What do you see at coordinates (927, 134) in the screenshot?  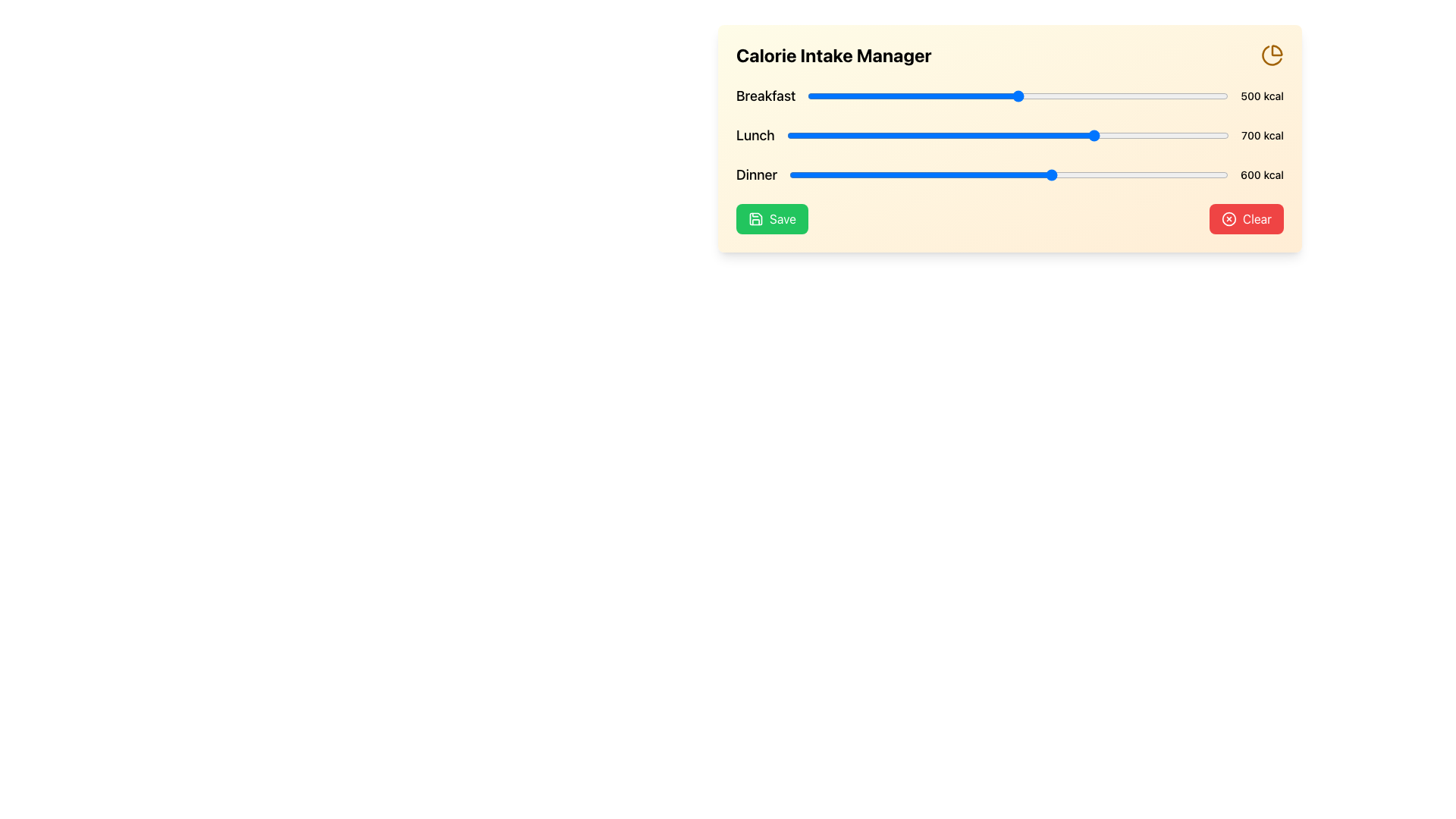 I see `the lunch kcal value` at bounding box center [927, 134].